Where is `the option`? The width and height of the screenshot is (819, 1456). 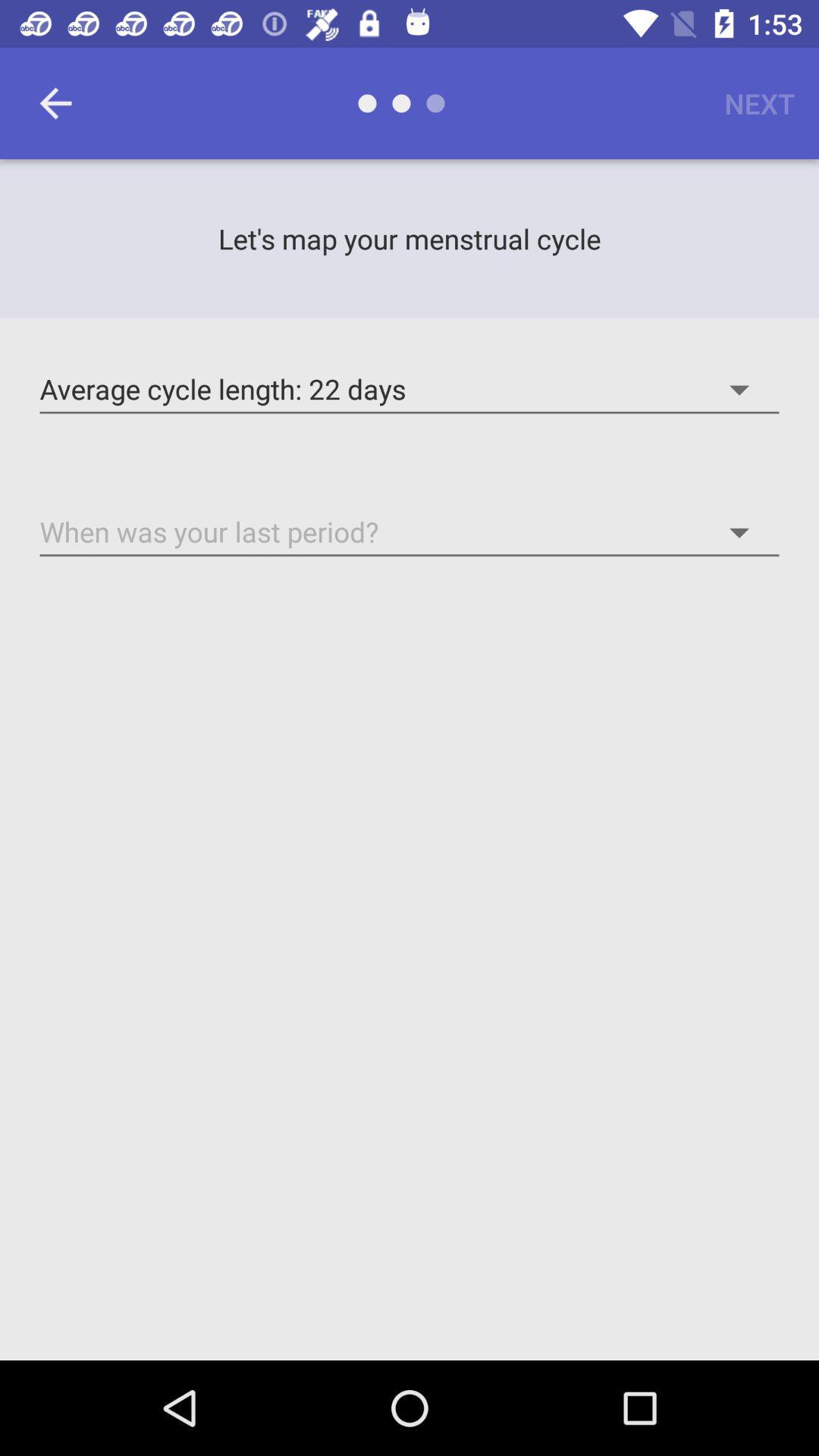
the option is located at coordinates (409, 532).